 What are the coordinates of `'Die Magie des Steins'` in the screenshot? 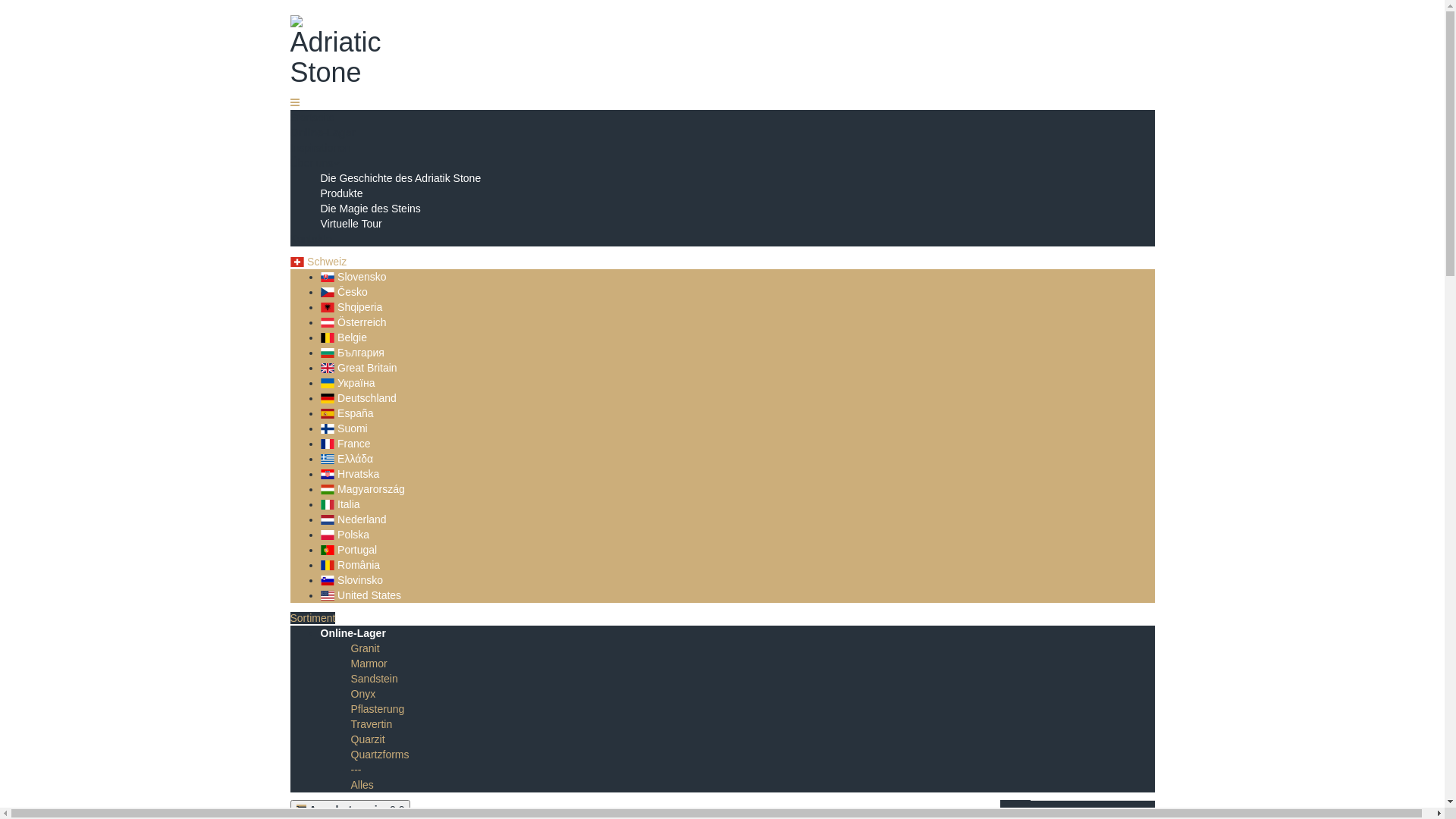 It's located at (370, 208).